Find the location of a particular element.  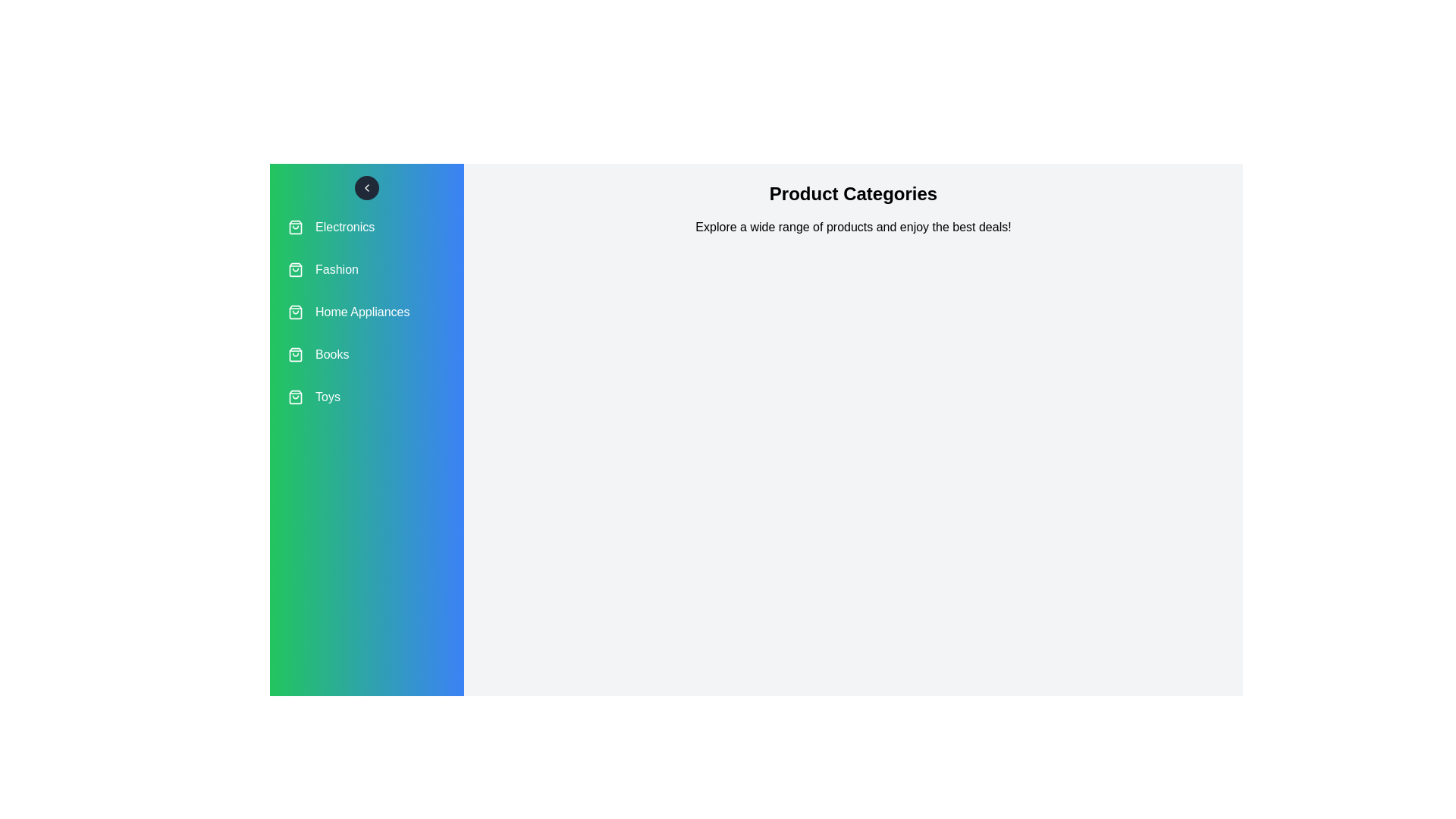

the icon associated with the category Books is located at coordinates (295, 354).